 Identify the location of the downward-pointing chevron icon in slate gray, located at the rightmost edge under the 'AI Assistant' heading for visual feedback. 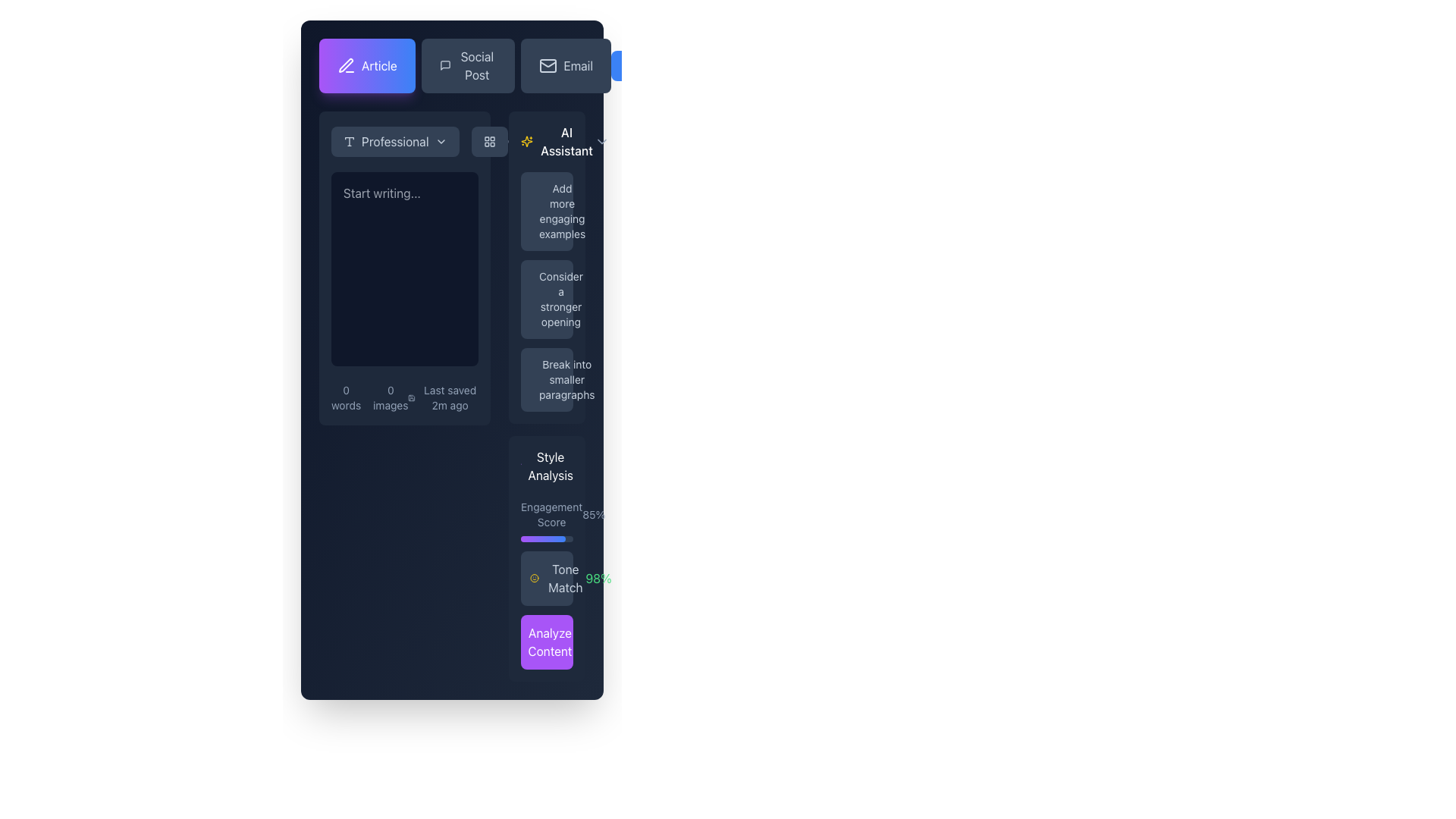
(601, 141).